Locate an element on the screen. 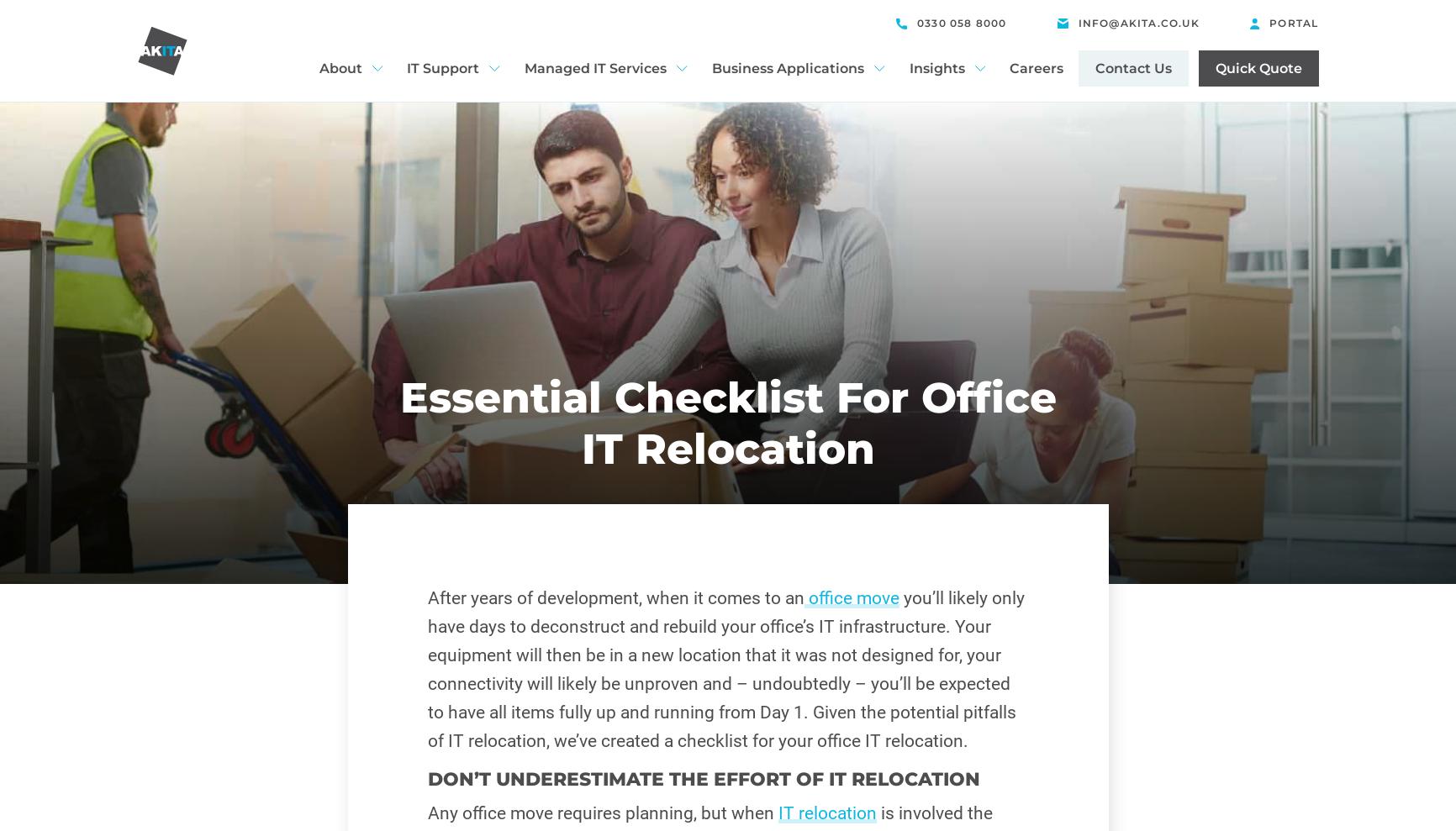  'office move' is located at coordinates (851, 597).